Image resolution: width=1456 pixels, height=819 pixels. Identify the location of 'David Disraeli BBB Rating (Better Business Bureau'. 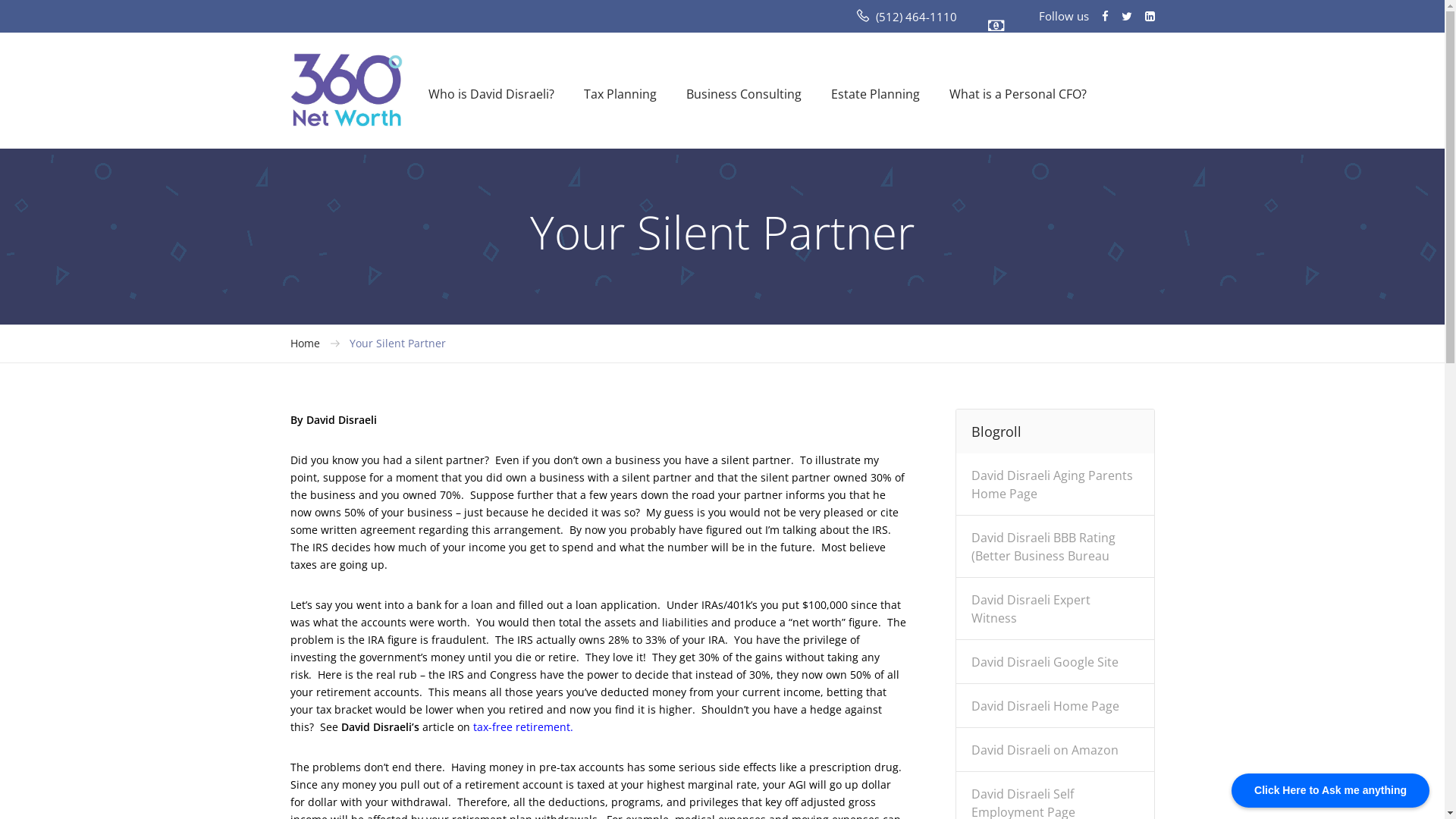
(1043, 552).